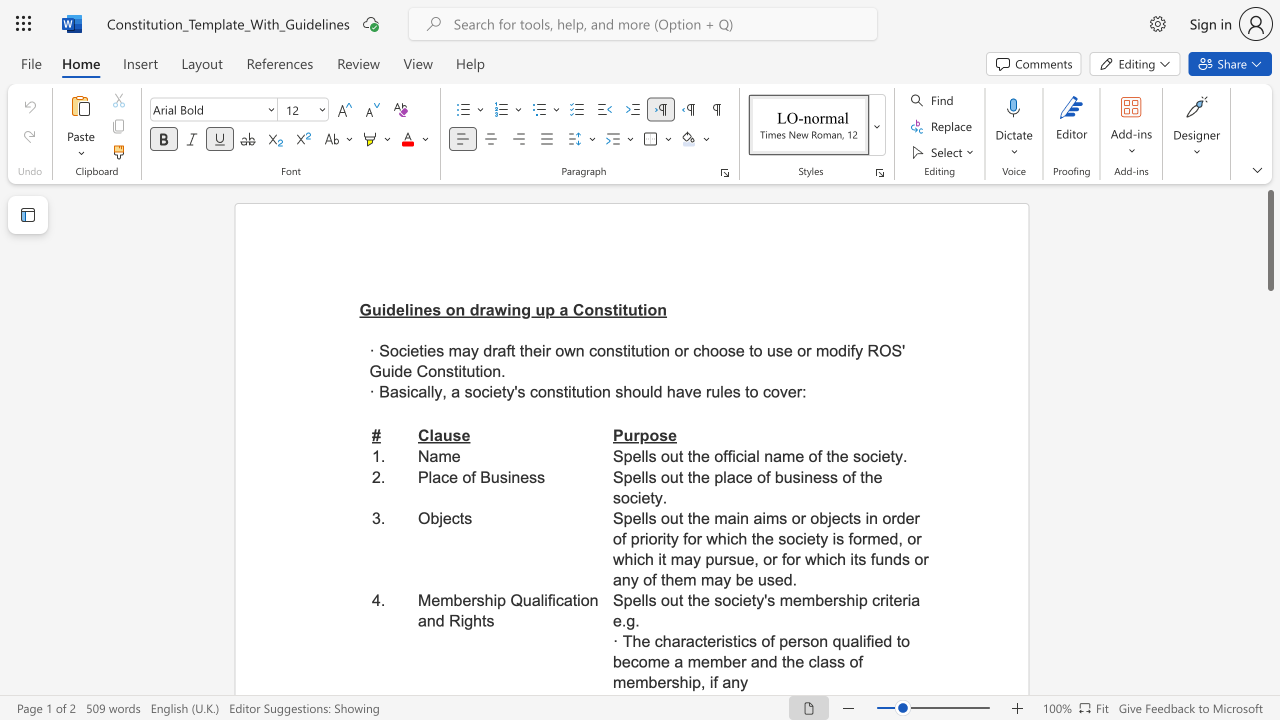 The height and width of the screenshot is (720, 1280). Describe the element at coordinates (1269, 498) in the screenshot. I see `the scrollbar to scroll the page down` at that location.